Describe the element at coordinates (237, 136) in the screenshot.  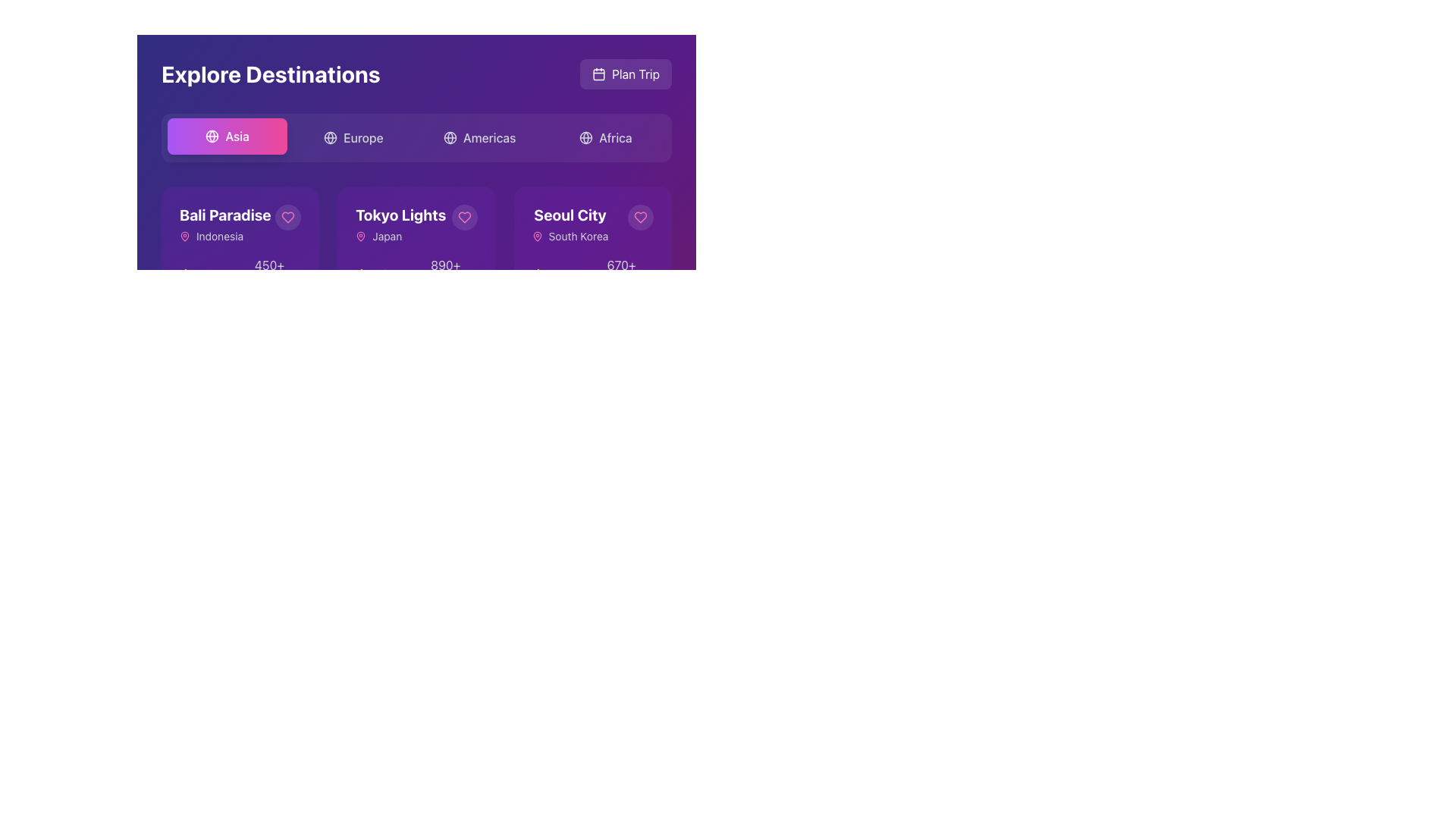
I see `text label displaying 'Asia' inside the interactive button with a gradient background` at that location.